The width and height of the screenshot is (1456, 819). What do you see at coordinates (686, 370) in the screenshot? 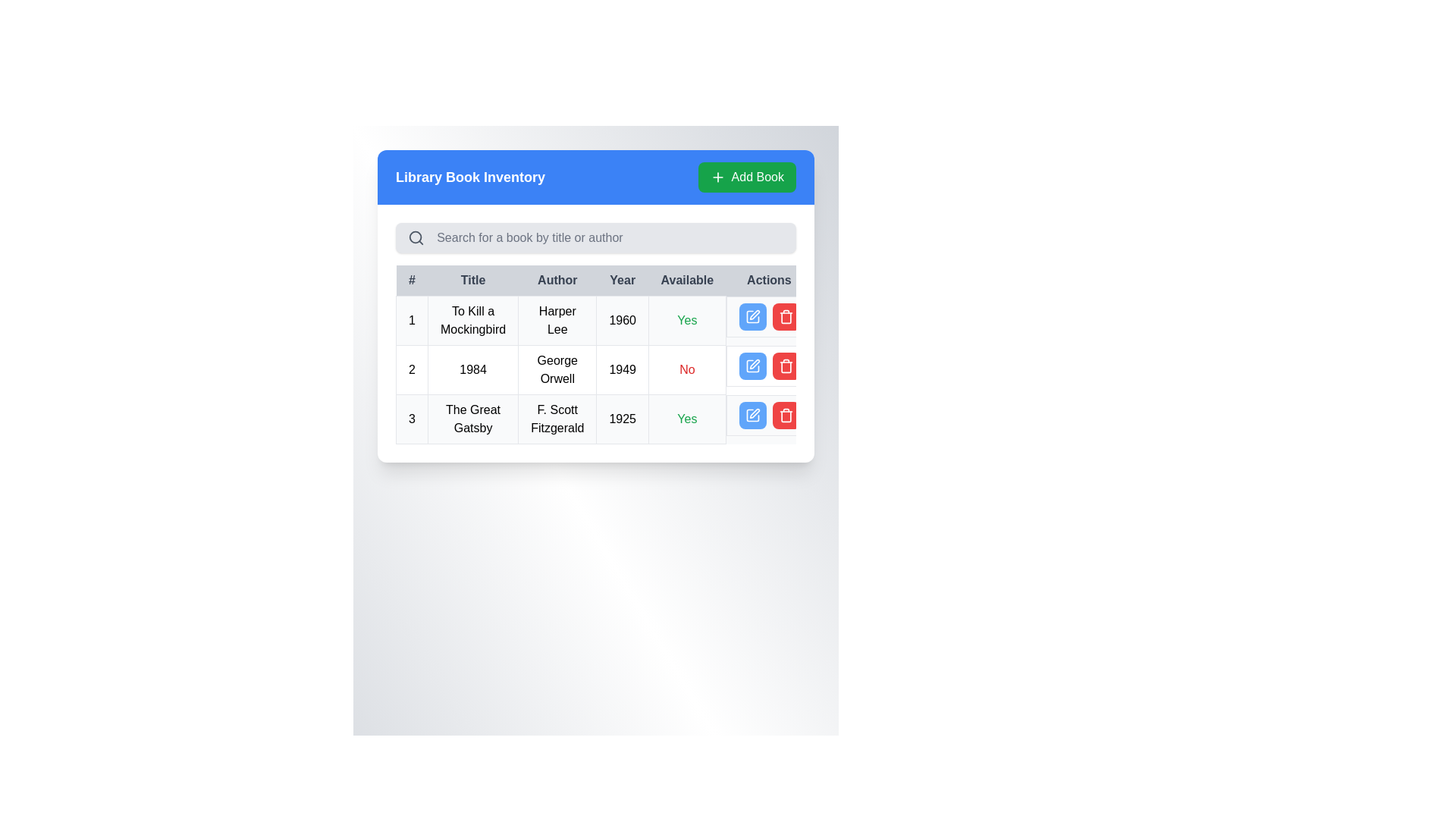
I see `the informational text label indicating the unavailability of the book '1984', located in the second row of the table under the 'Available' column` at bounding box center [686, 370].